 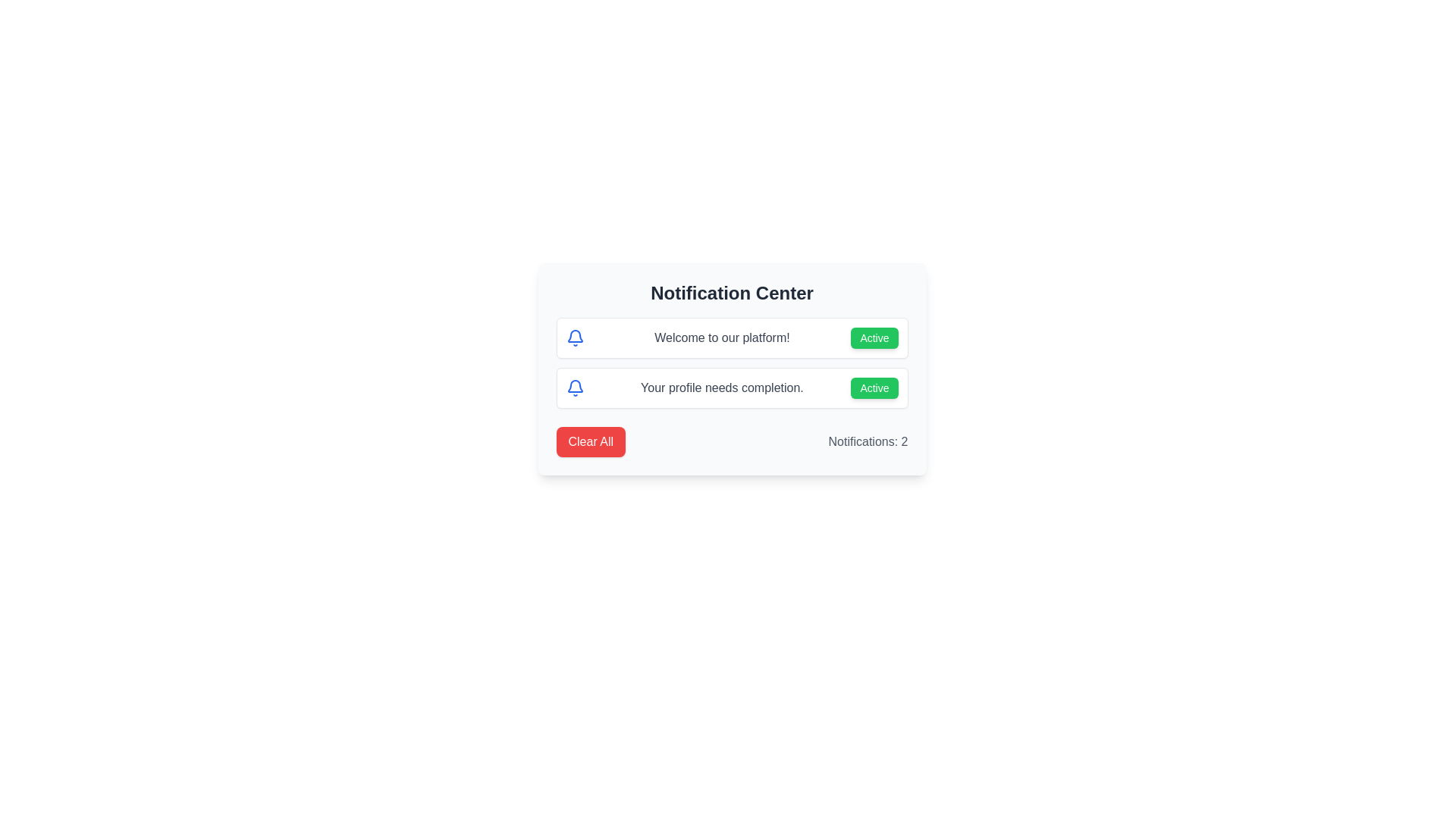 I want to click on the rectangular button labeled 'Active' with a green background, so click(x=874, y=388).